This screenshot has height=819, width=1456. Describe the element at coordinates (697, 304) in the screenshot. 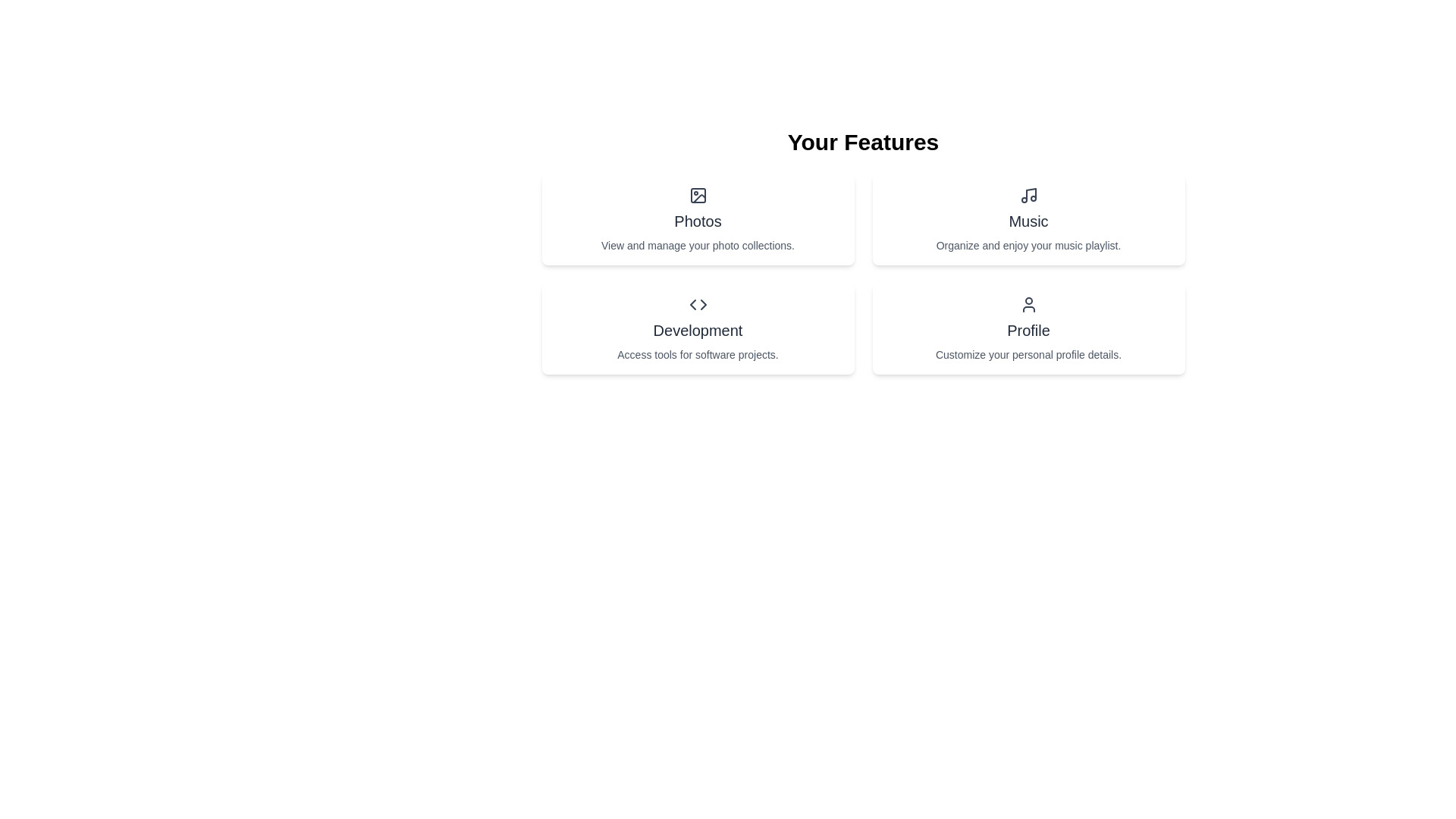

I see `the icon representing coding or development located at the top-center of the 'Development' card` at that location.